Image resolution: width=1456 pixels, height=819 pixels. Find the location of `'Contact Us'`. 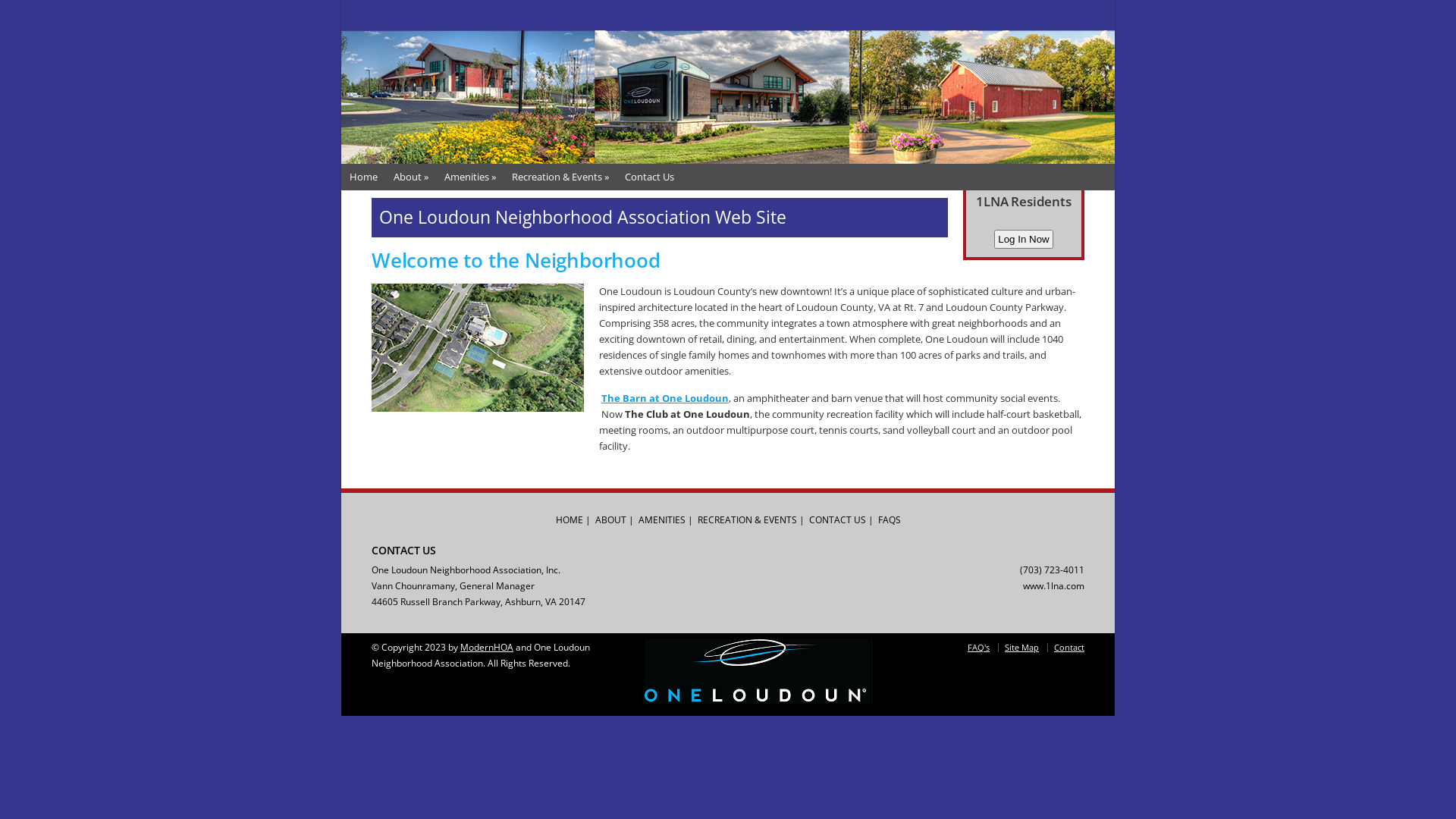

'Contact Us' is located at coordinates (650, 176).